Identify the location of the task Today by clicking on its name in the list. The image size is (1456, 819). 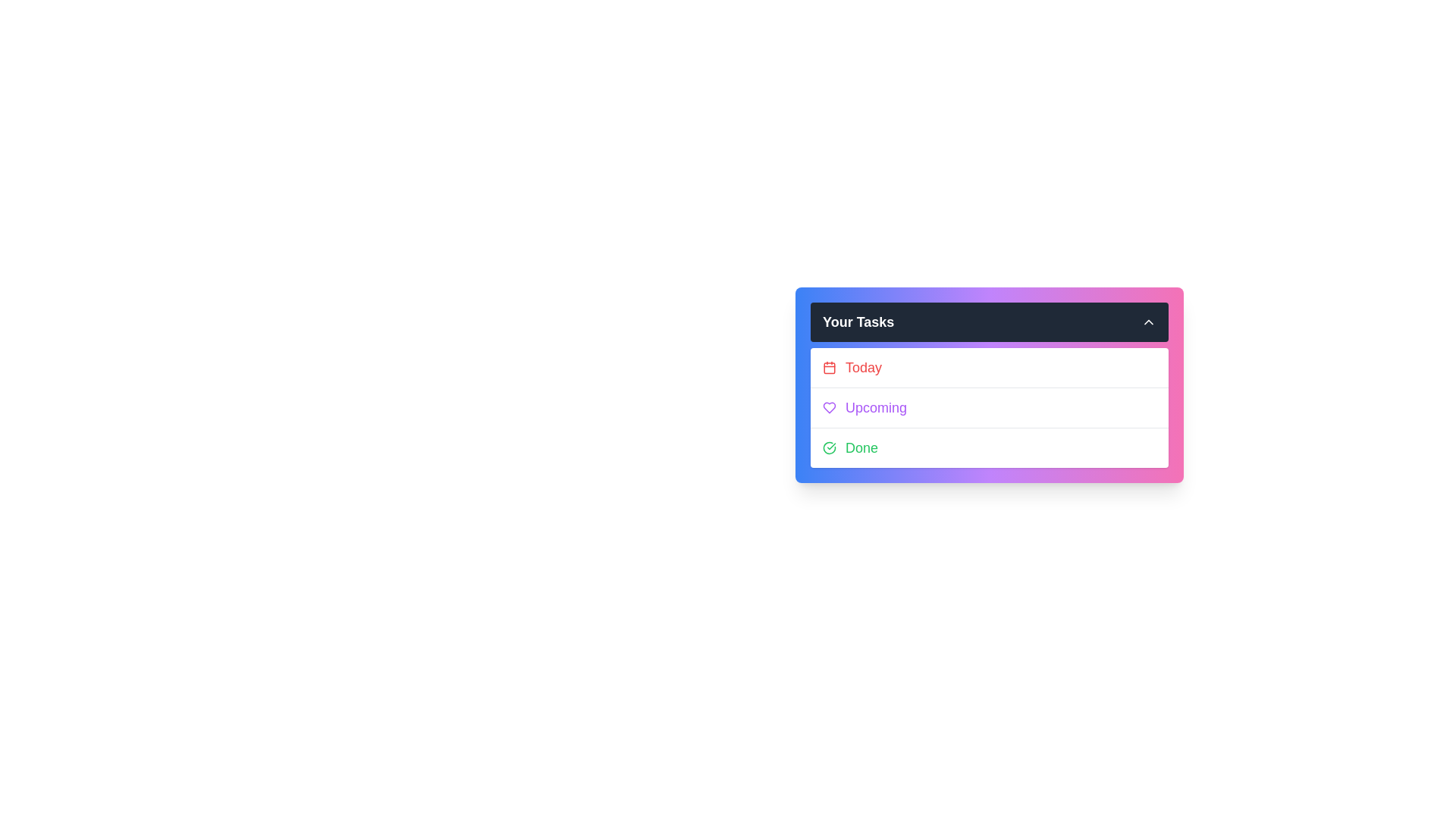
(990, 368).